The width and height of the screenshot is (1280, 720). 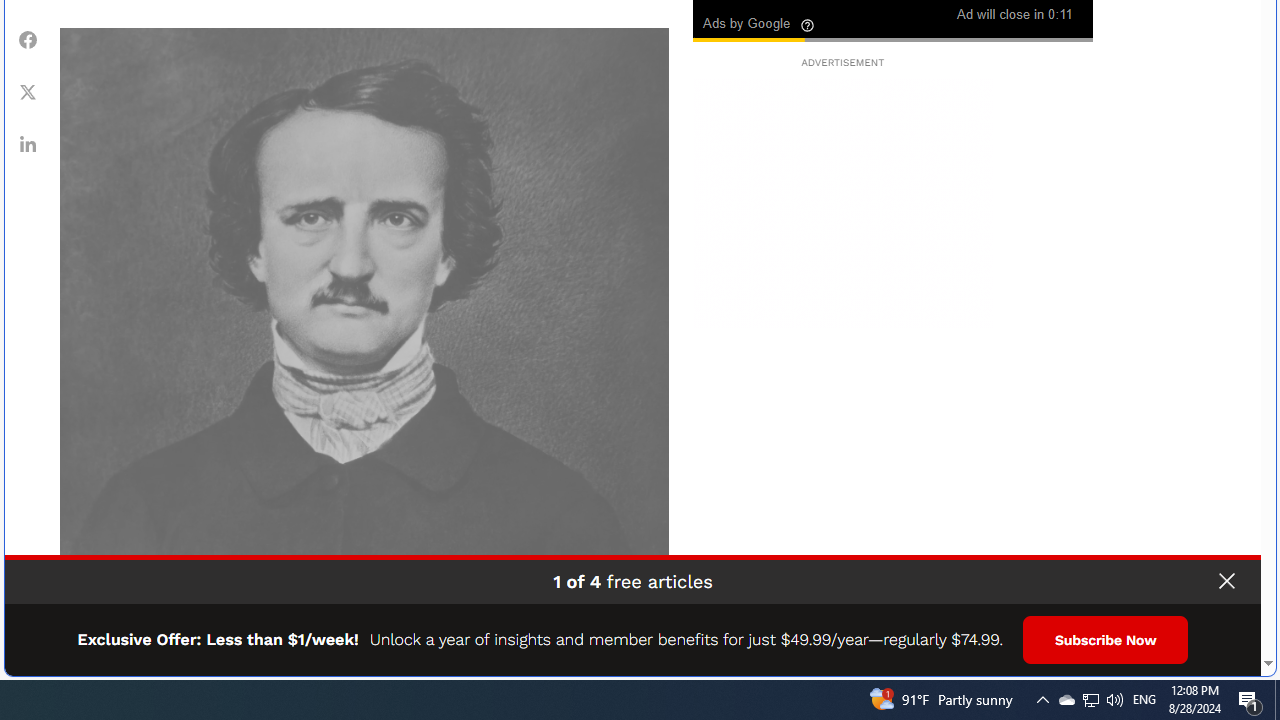 I want to click on 'Subscribe Now', so click(x=1104, y=640).